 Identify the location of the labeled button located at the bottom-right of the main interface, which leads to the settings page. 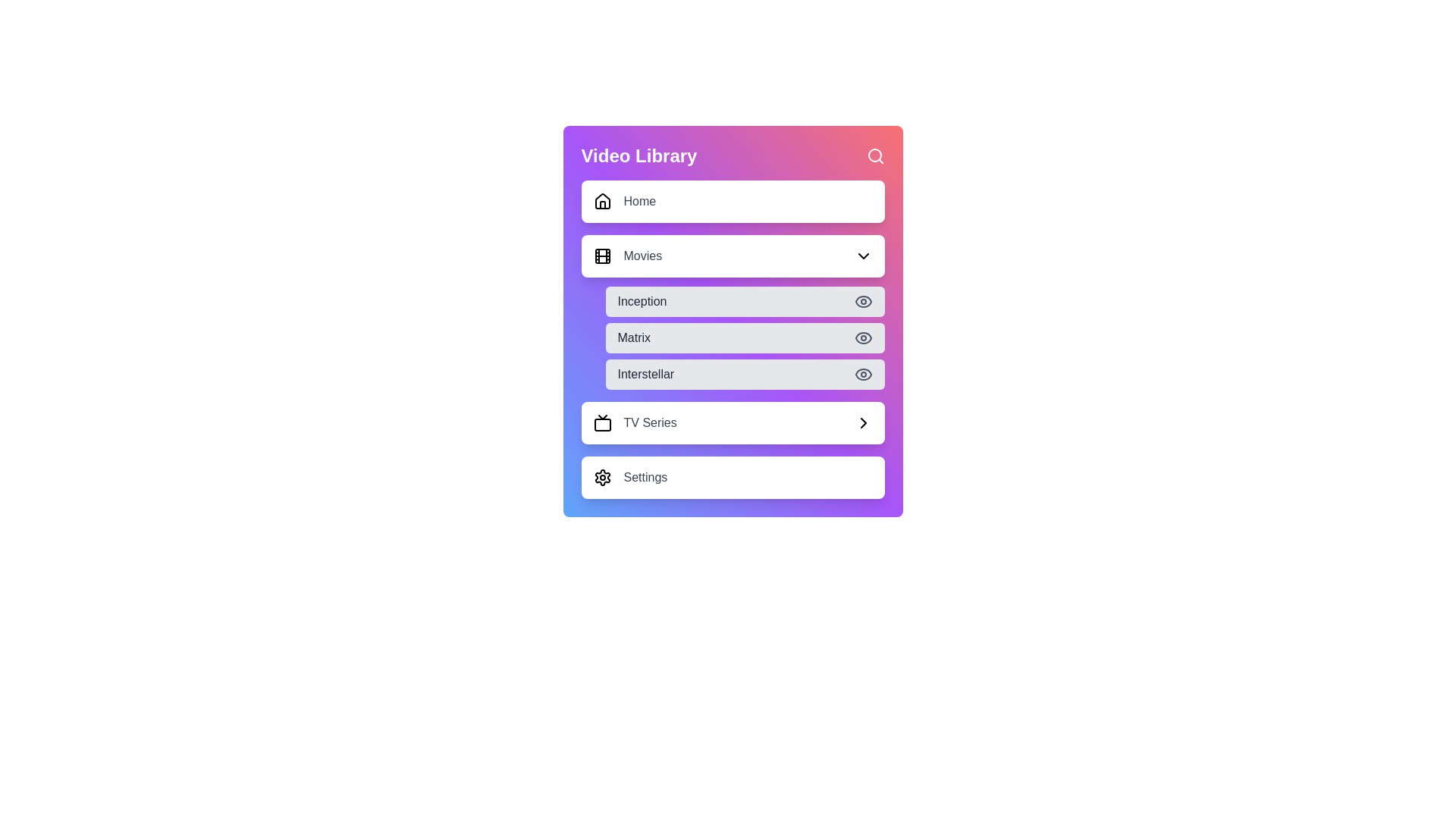
(630, 476).